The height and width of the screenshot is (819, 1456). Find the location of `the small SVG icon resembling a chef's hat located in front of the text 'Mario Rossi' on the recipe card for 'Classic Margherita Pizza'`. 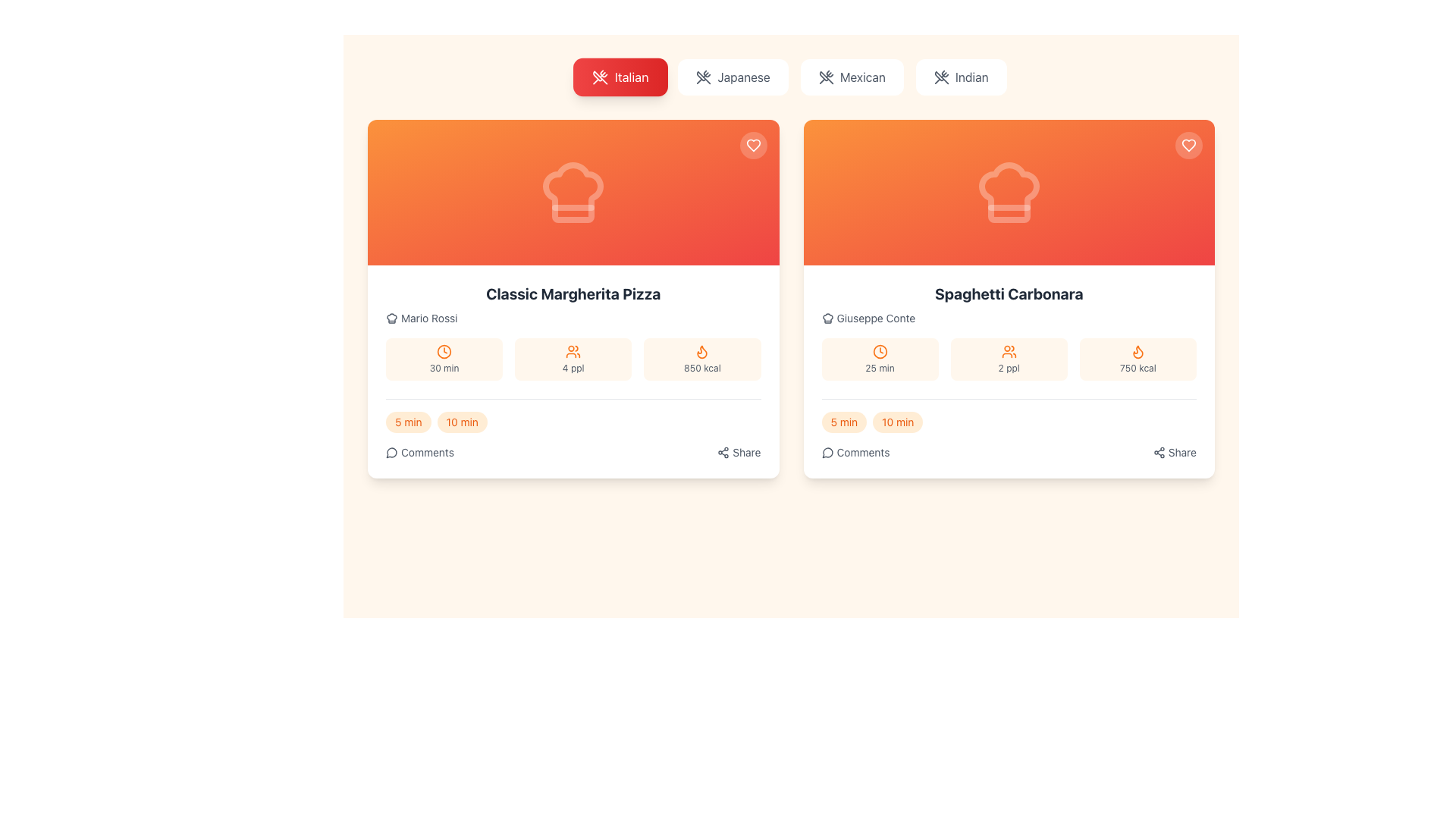

the small SVG icon resembling a chef's hat located in front of the text 'Mario Rossi' on the recipe card for 'Classic Margherita Pizza' is located at coordinates (392, 318).